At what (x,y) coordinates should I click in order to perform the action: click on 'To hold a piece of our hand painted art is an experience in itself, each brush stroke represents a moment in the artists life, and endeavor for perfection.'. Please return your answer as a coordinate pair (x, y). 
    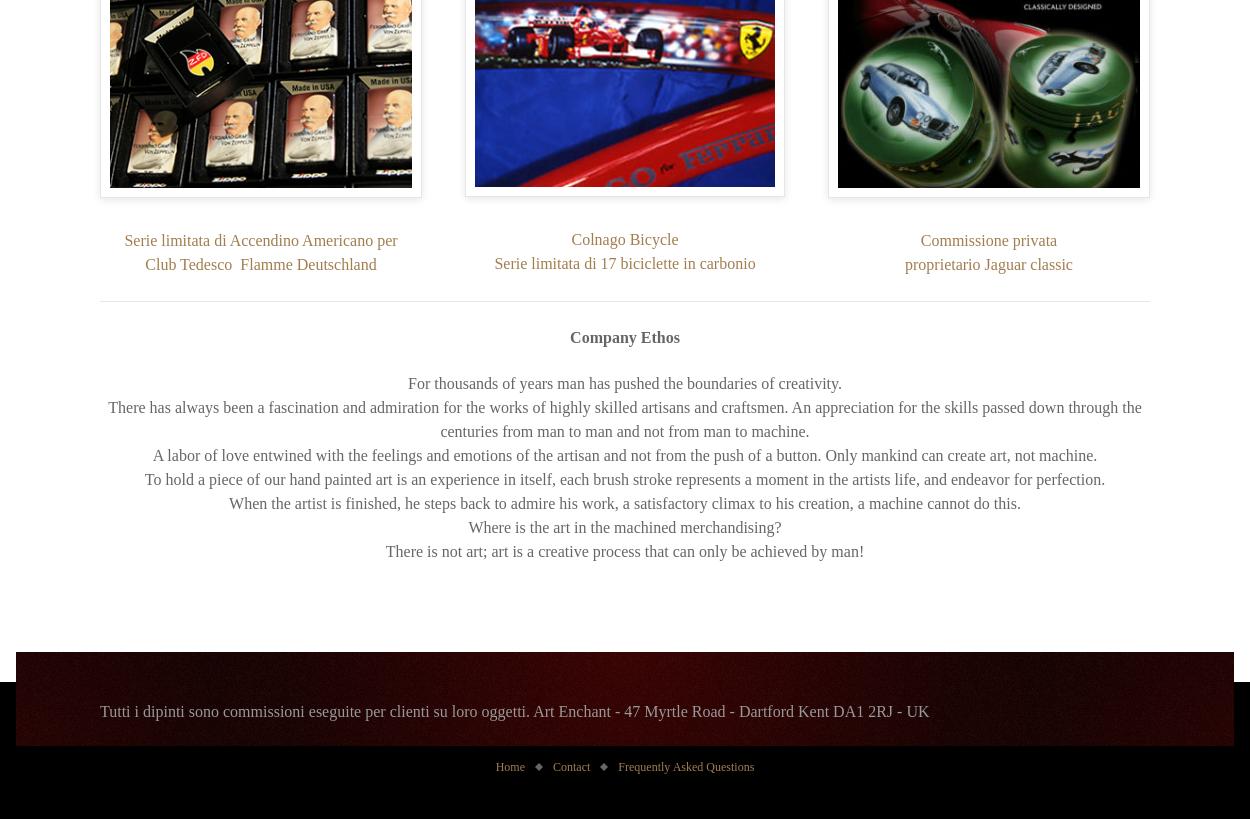
    Looking at the image, I should click on (623, 478).